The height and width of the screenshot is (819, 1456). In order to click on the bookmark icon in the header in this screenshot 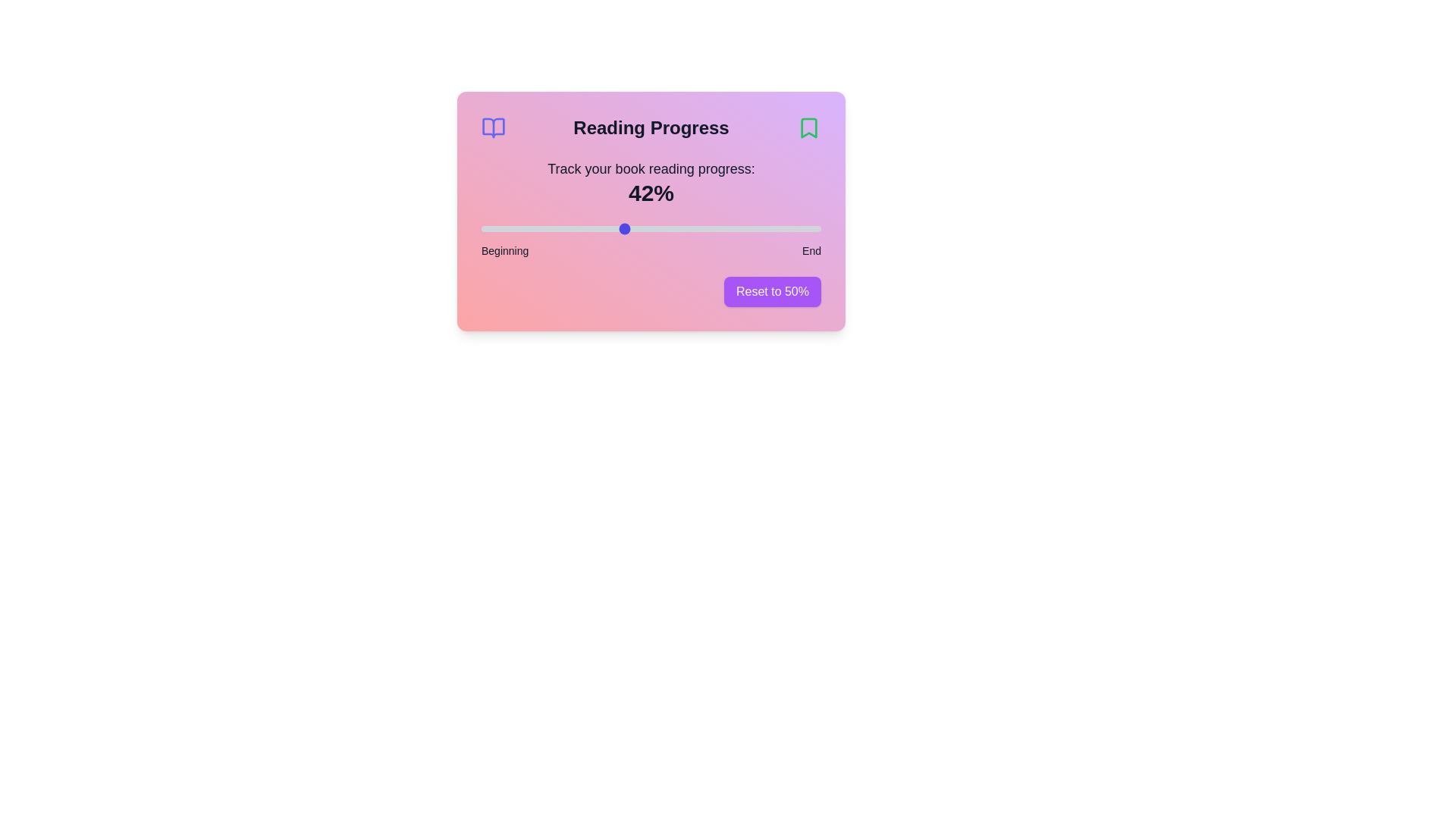, I will do `click(808, 127)`.